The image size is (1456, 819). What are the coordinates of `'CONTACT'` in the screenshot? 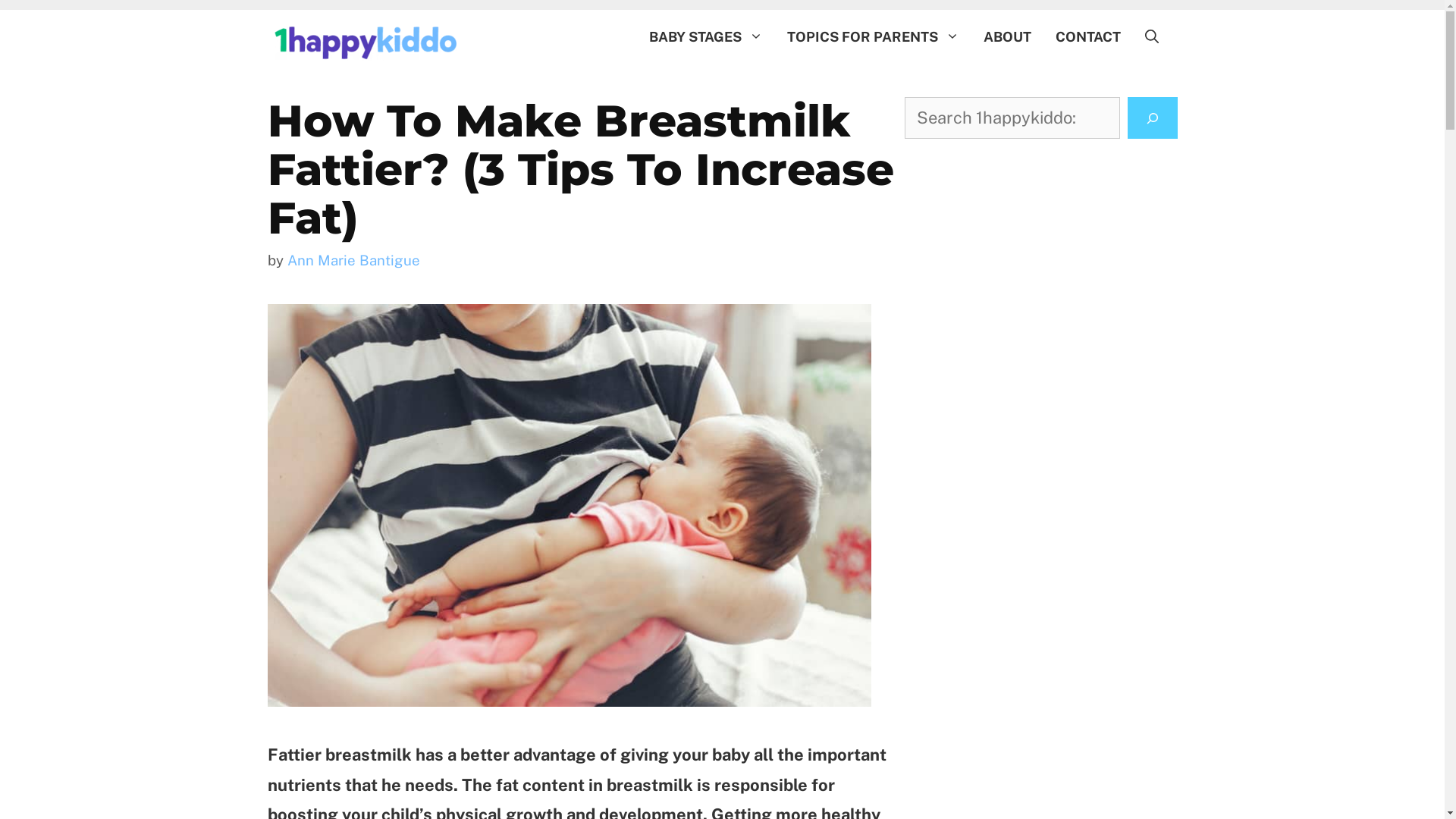 It's located at (1043, 36).